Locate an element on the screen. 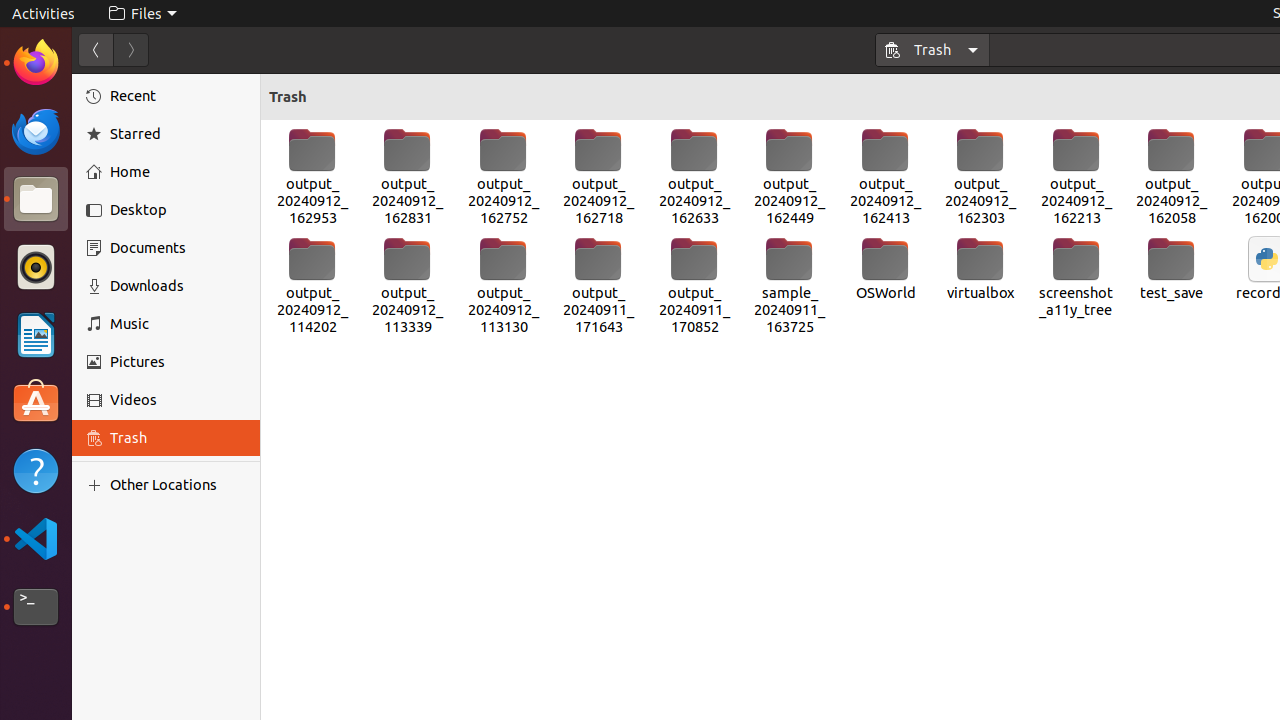 This screenshot has width=1280, height=720. 'output_20240911_171643' is located at coordinates (597, 286).